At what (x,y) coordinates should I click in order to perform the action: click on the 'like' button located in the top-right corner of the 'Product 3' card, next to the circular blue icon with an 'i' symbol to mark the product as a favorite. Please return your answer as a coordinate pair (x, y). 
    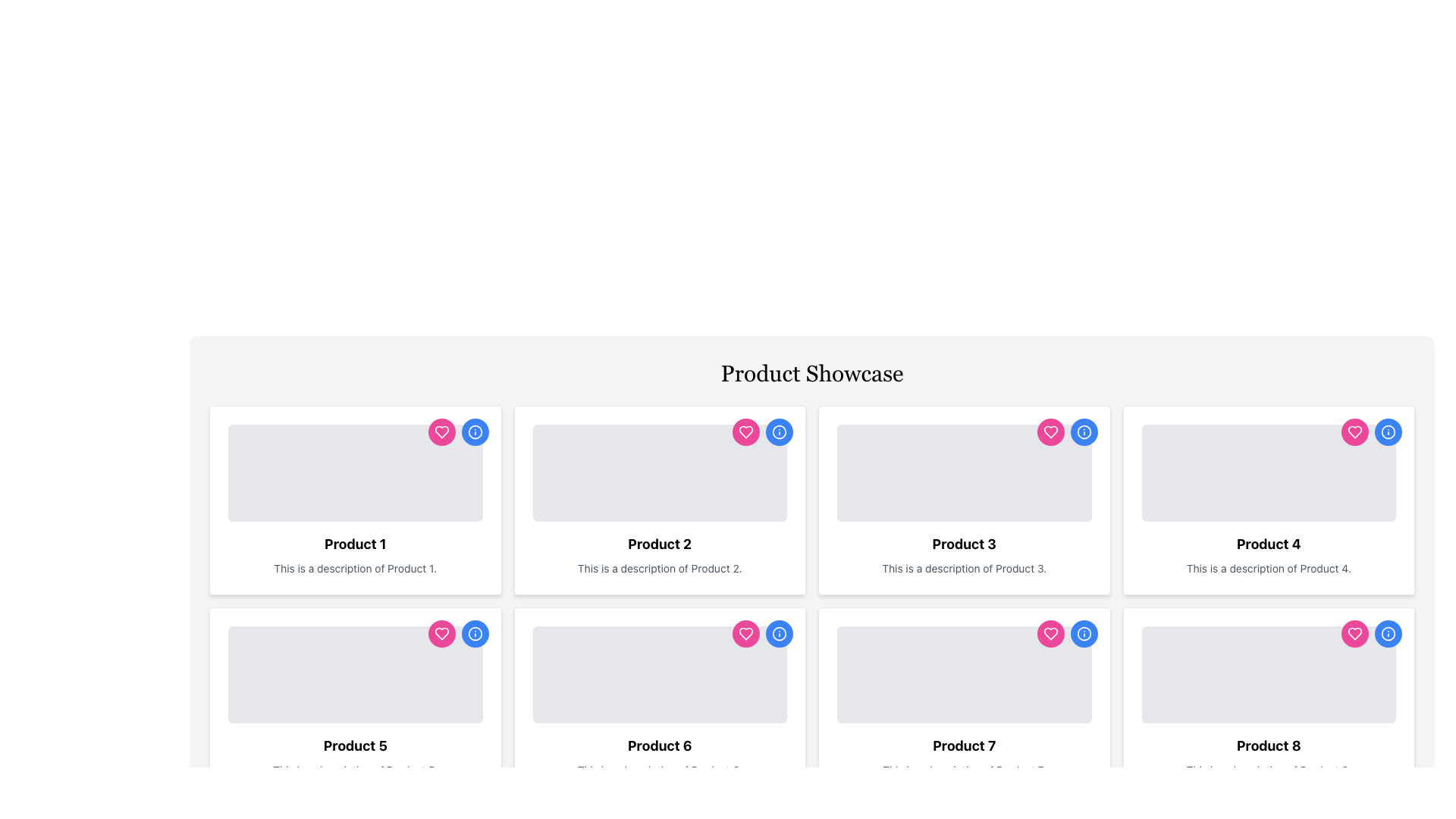
    Looking at the image, I should click on (1050, 432).